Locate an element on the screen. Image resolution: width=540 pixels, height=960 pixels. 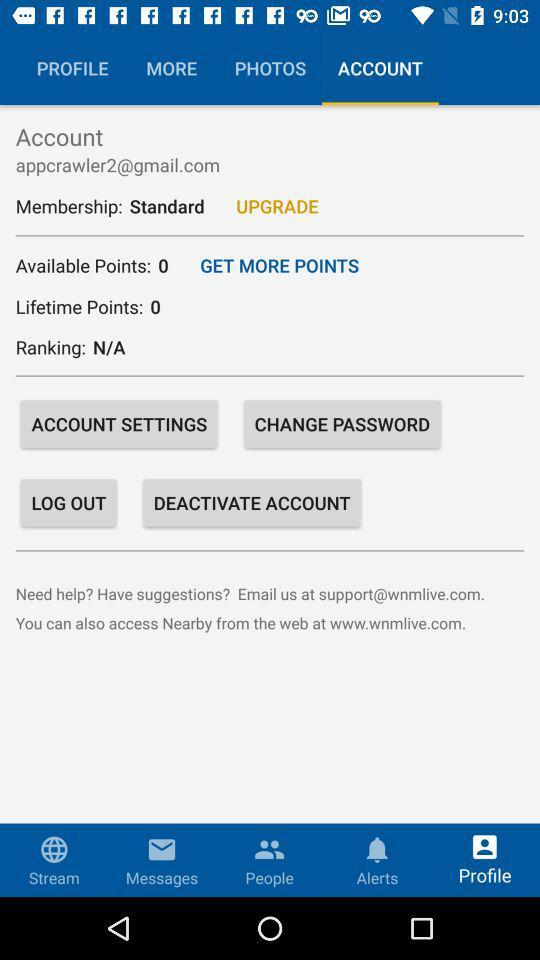
deactivate account is located at coordinates (252, 501).